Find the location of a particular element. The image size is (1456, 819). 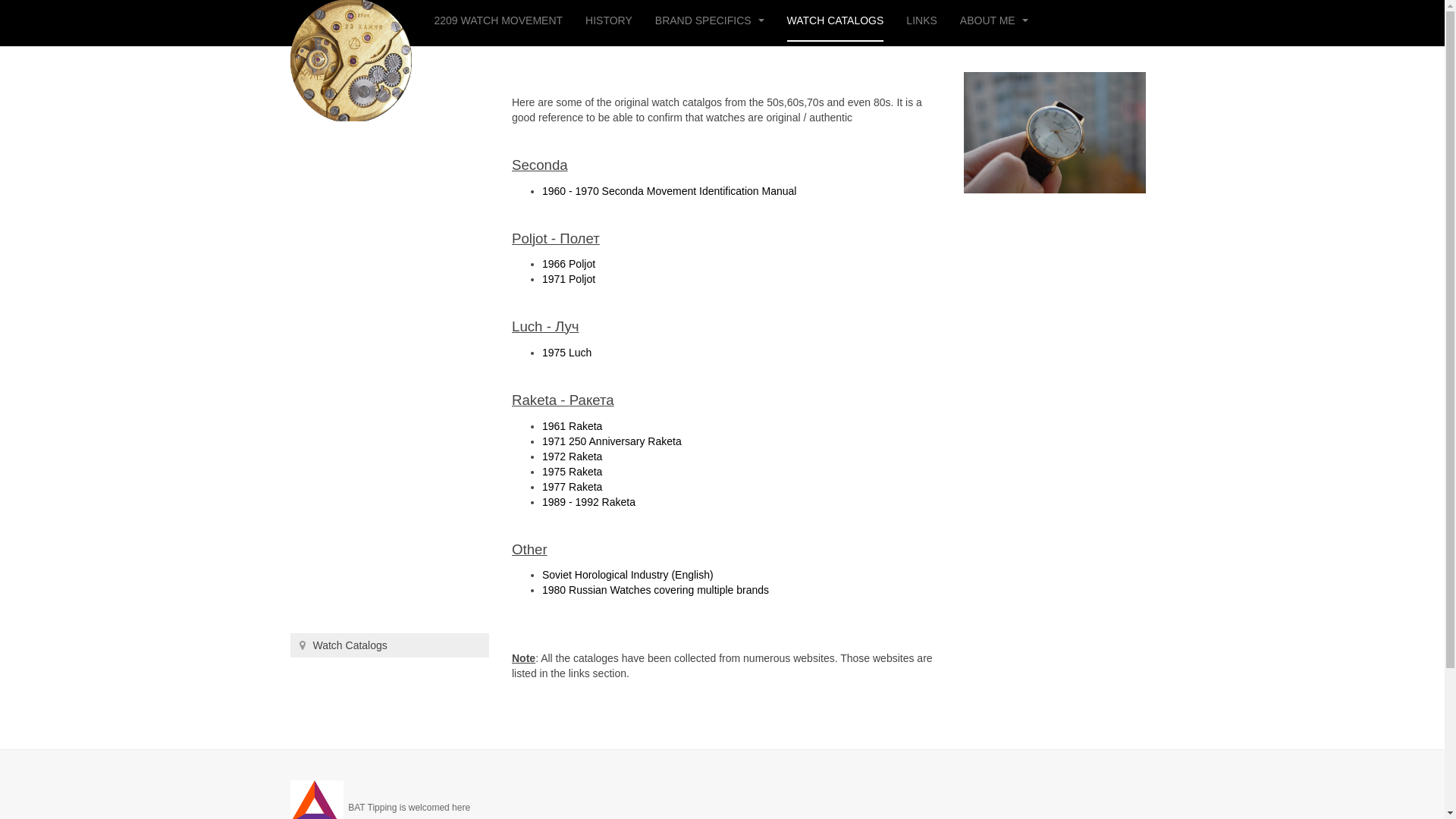

'1972 Raketa' is located at coordinates (571, 455).